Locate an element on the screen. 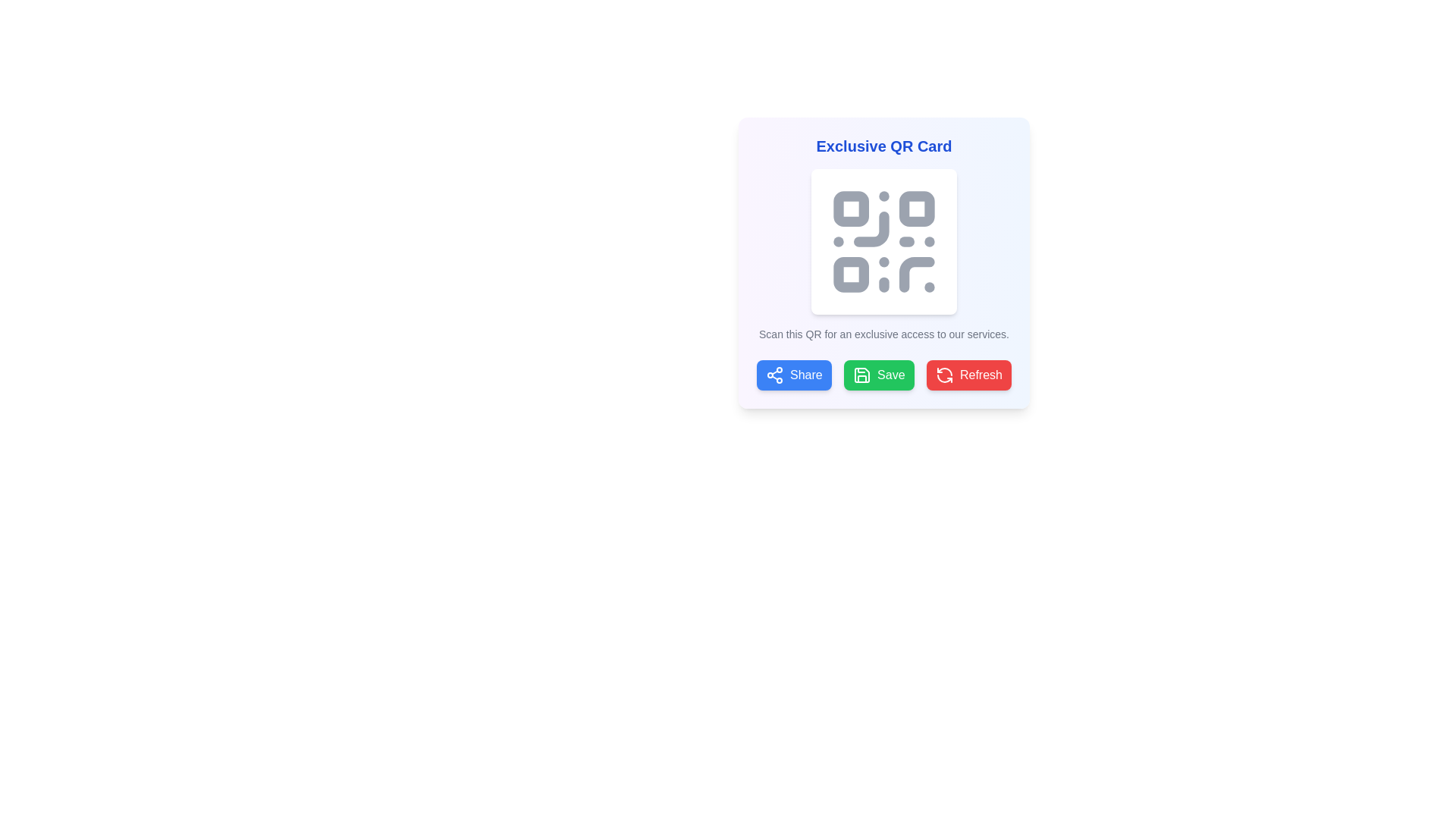  the refresh button located to the right of the green 'Save' button below the QR code is located at coordinates (968, 375).